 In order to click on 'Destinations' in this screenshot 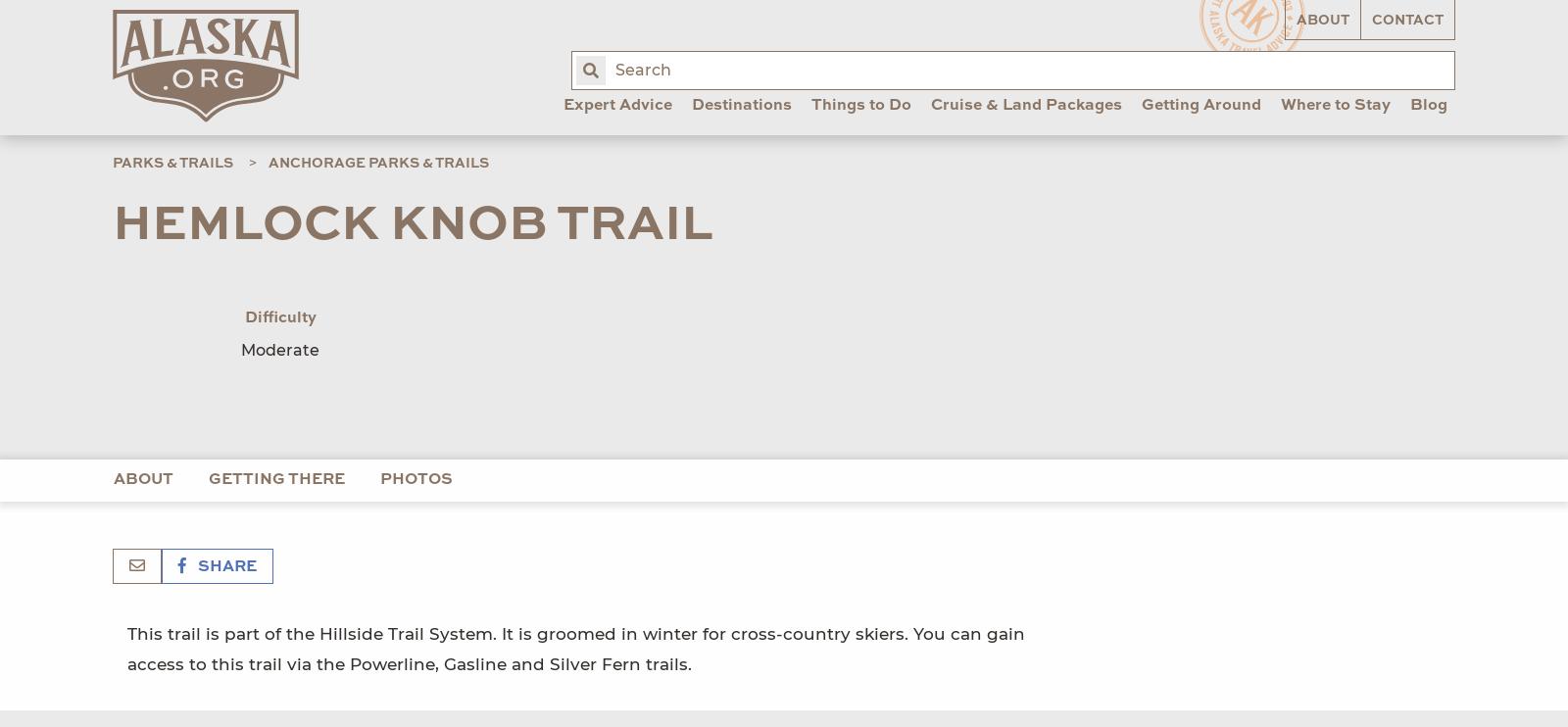, I will do `click(741, 105)`.